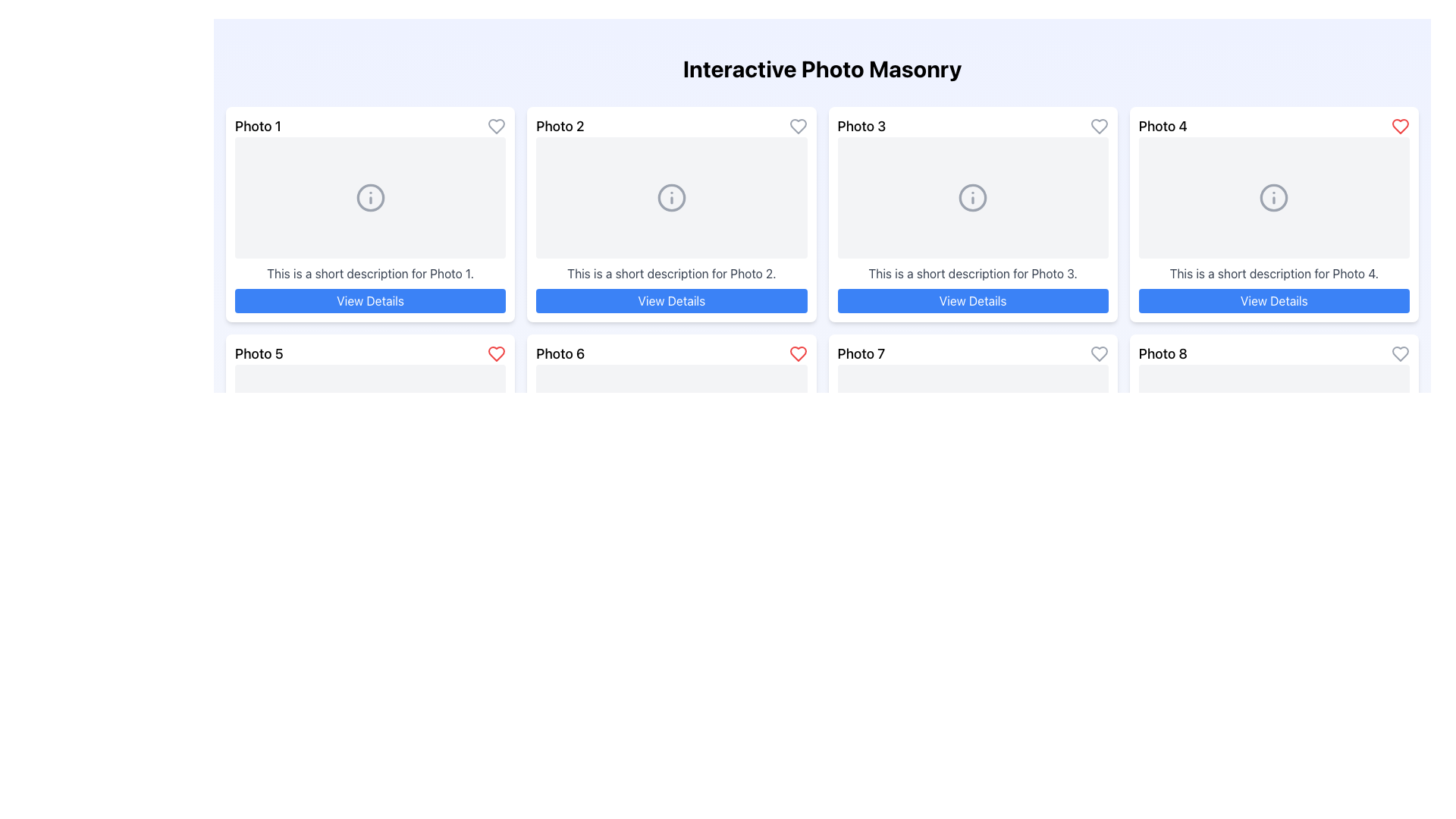  What do you see at coordinates (560, 125) in the screenshot?
I see `the text label that displays the title or name of the photo card located in the top-left corner of the second photo card in the first row of the grid layout` at bounding box center [560, 125].